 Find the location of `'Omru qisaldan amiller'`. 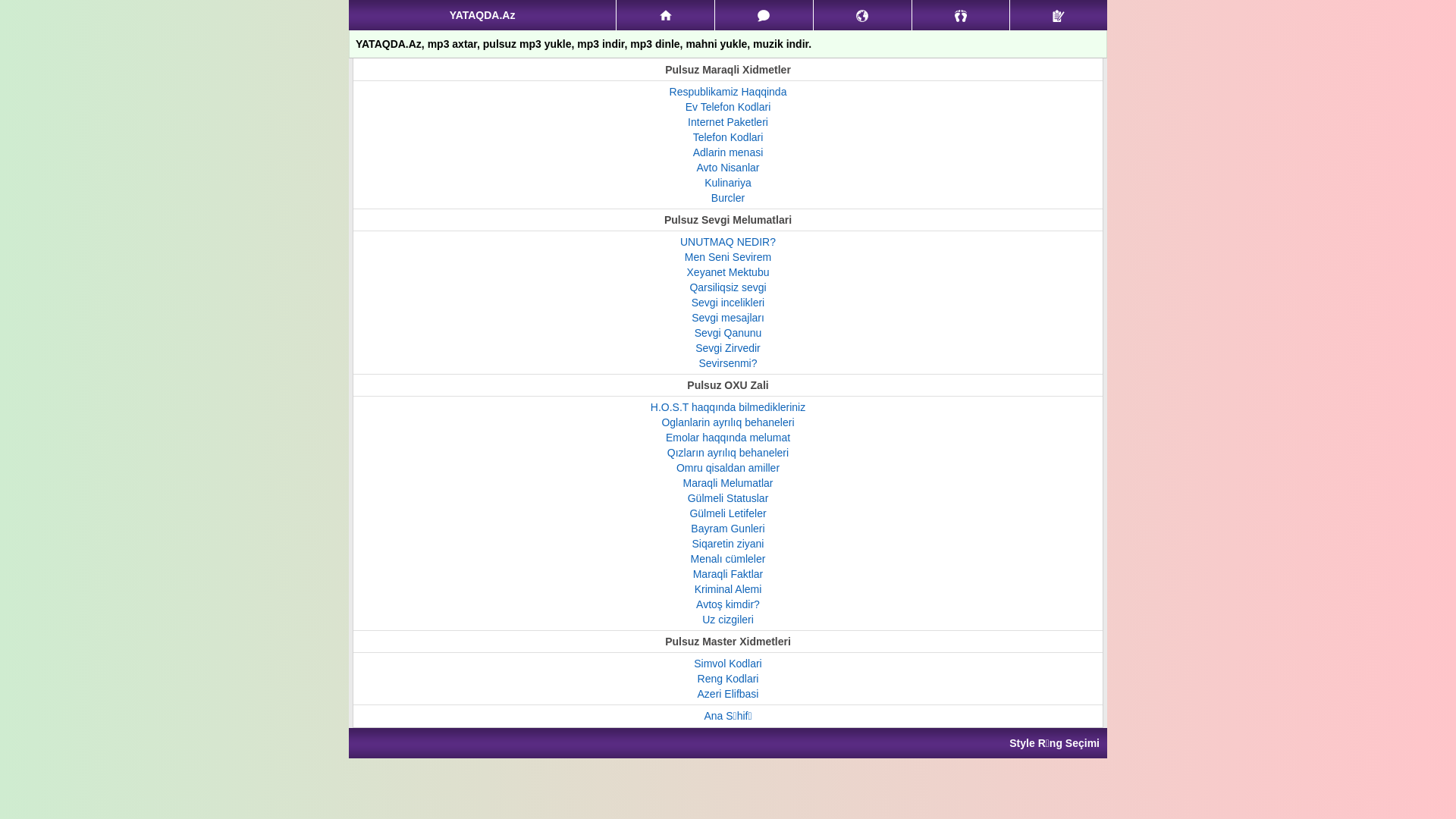

'Omru qisaldan amiller' is located at coordinates (728, 467).